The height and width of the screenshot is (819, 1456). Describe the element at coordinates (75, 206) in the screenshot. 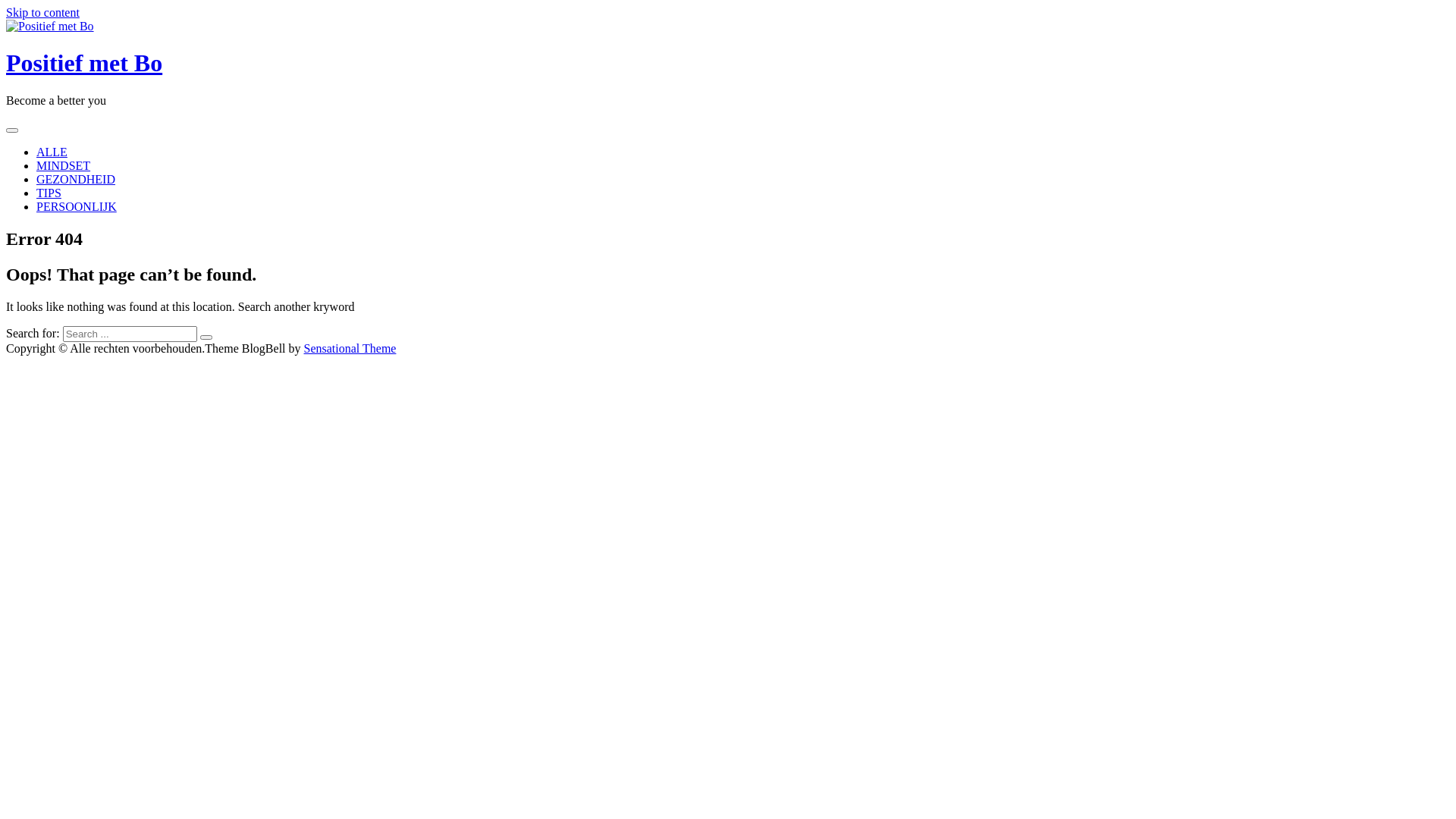

I see `'PERSOONLIJK'` at that location.